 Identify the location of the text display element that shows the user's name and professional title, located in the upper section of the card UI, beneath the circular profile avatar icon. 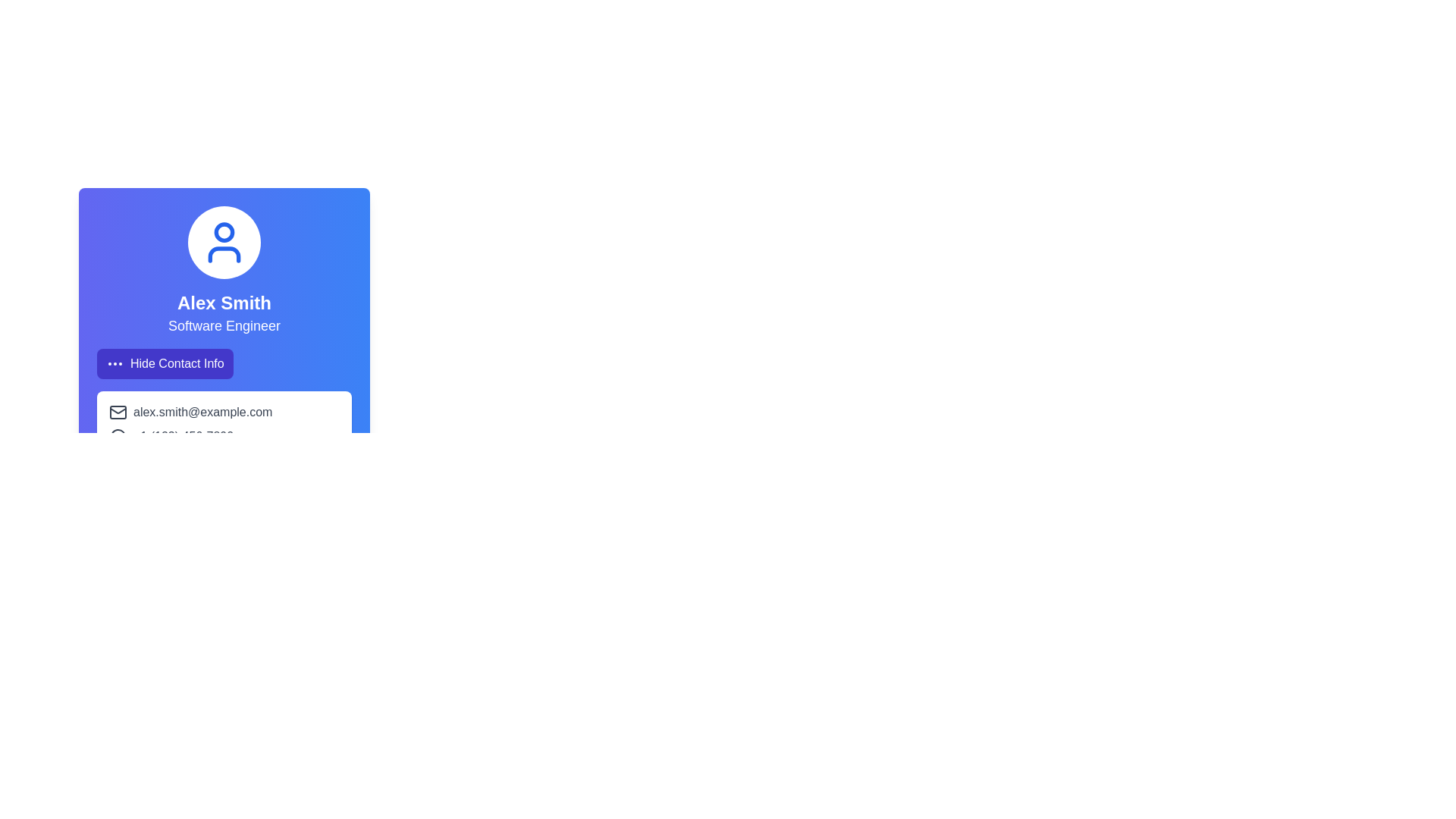
(224, 292).